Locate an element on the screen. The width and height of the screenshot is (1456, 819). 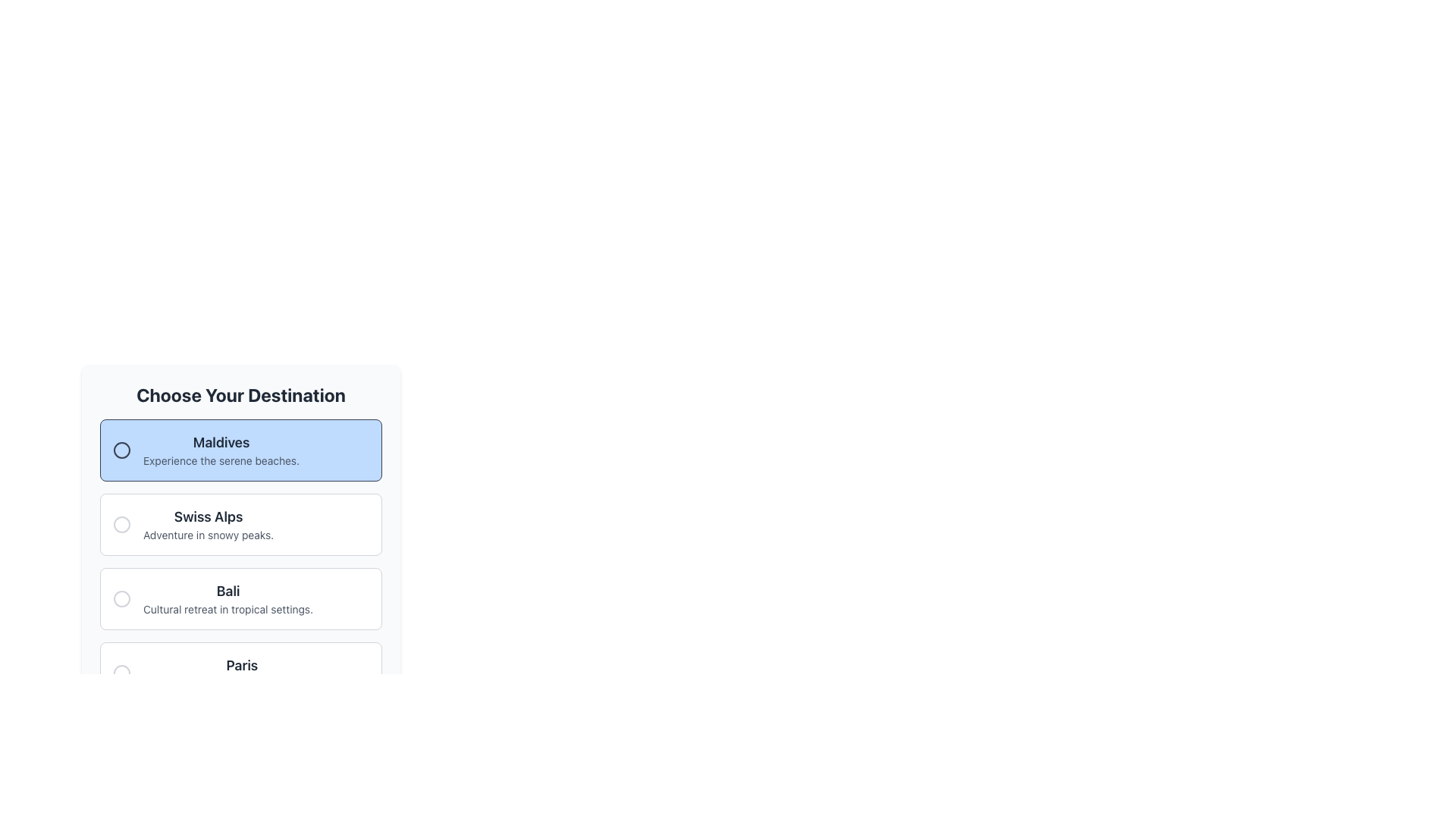
the decorative icon associated with the 'Maldives' button is located at coordinates (122, 450).